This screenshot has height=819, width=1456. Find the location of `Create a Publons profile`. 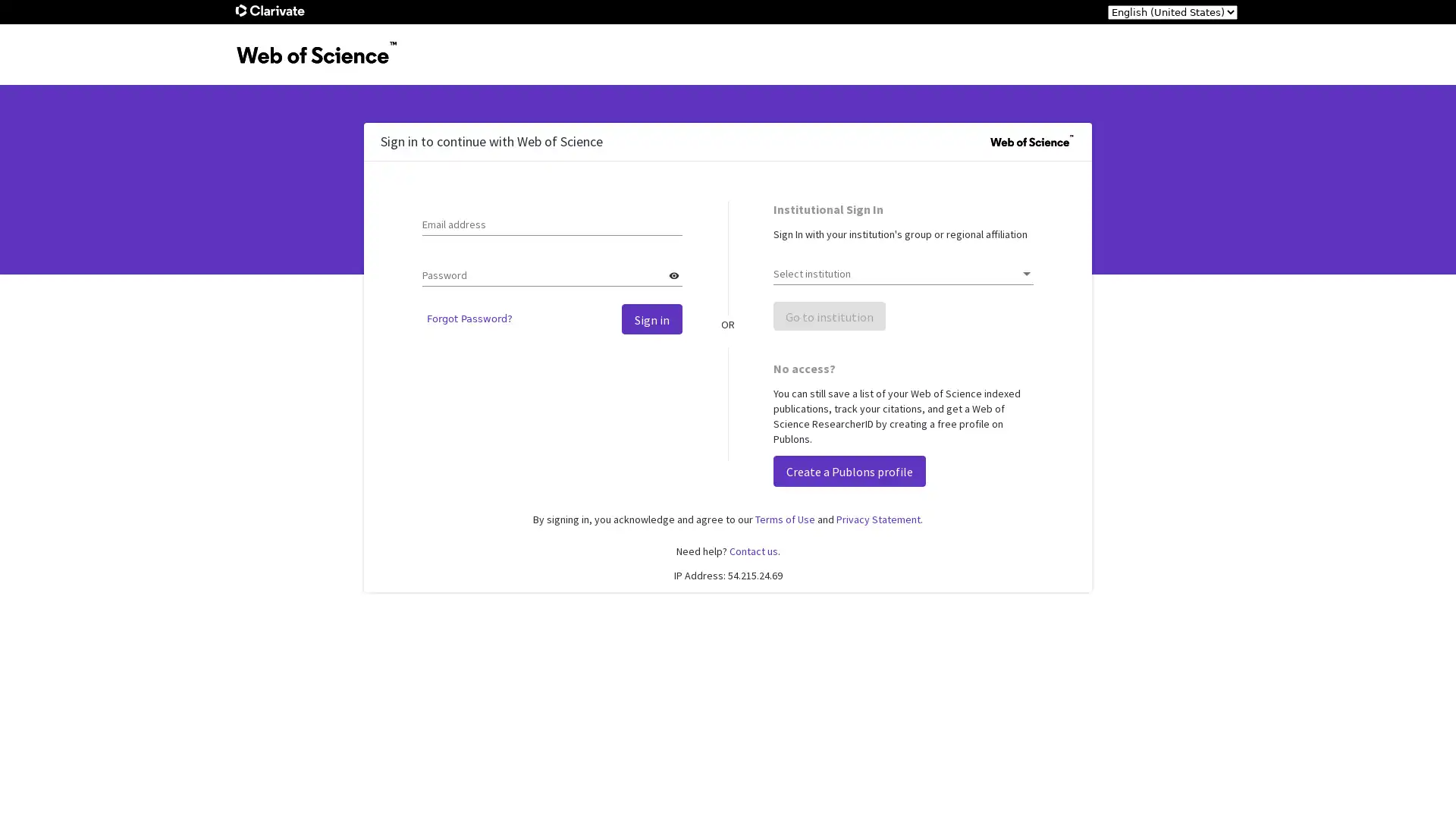

Create a Publons profile is located at coordinates (849, 470).